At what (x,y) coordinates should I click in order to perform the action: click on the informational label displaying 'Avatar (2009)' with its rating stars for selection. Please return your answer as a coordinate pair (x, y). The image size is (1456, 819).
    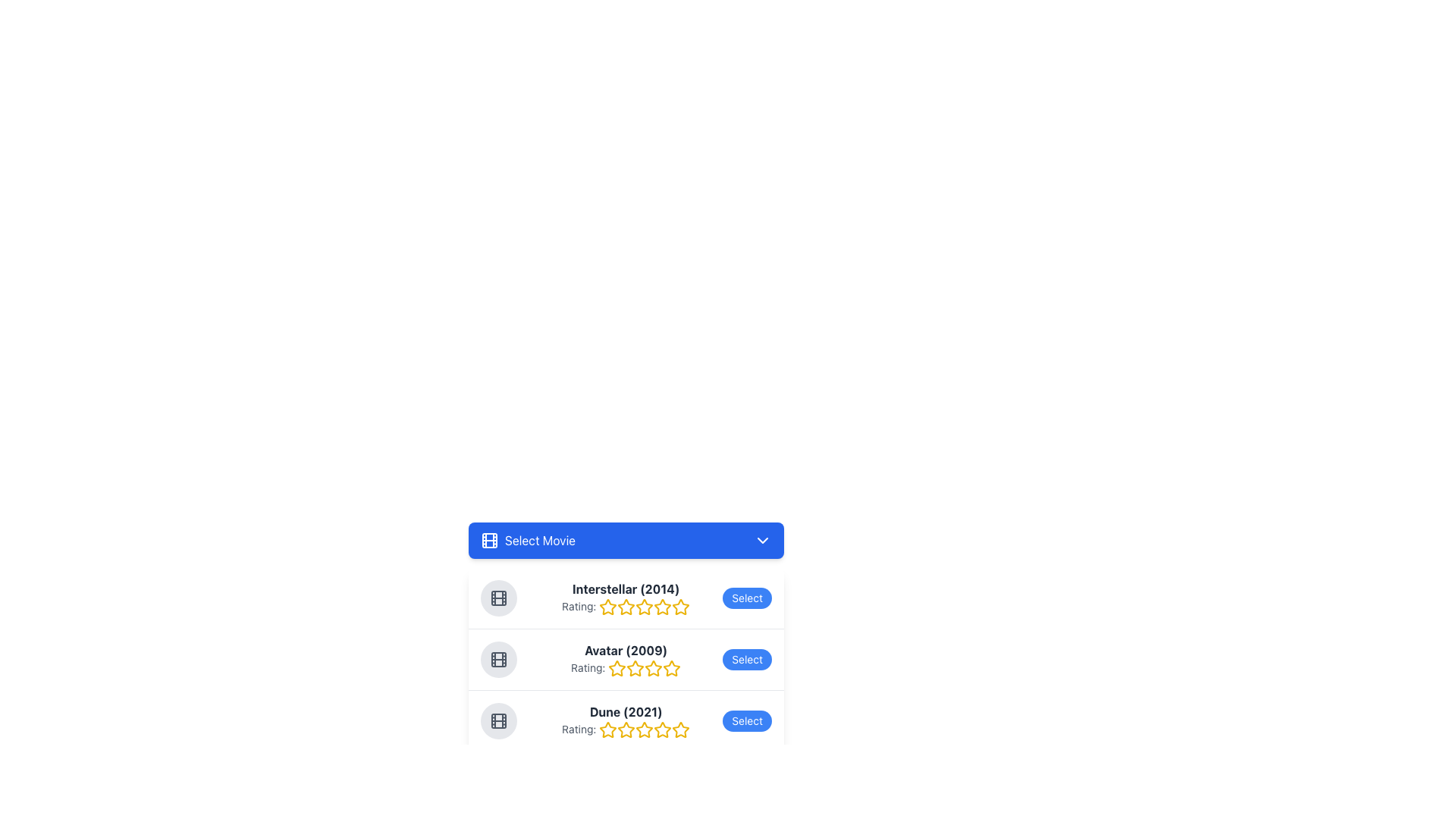
    Looking at the image, I should click on (626, 659).